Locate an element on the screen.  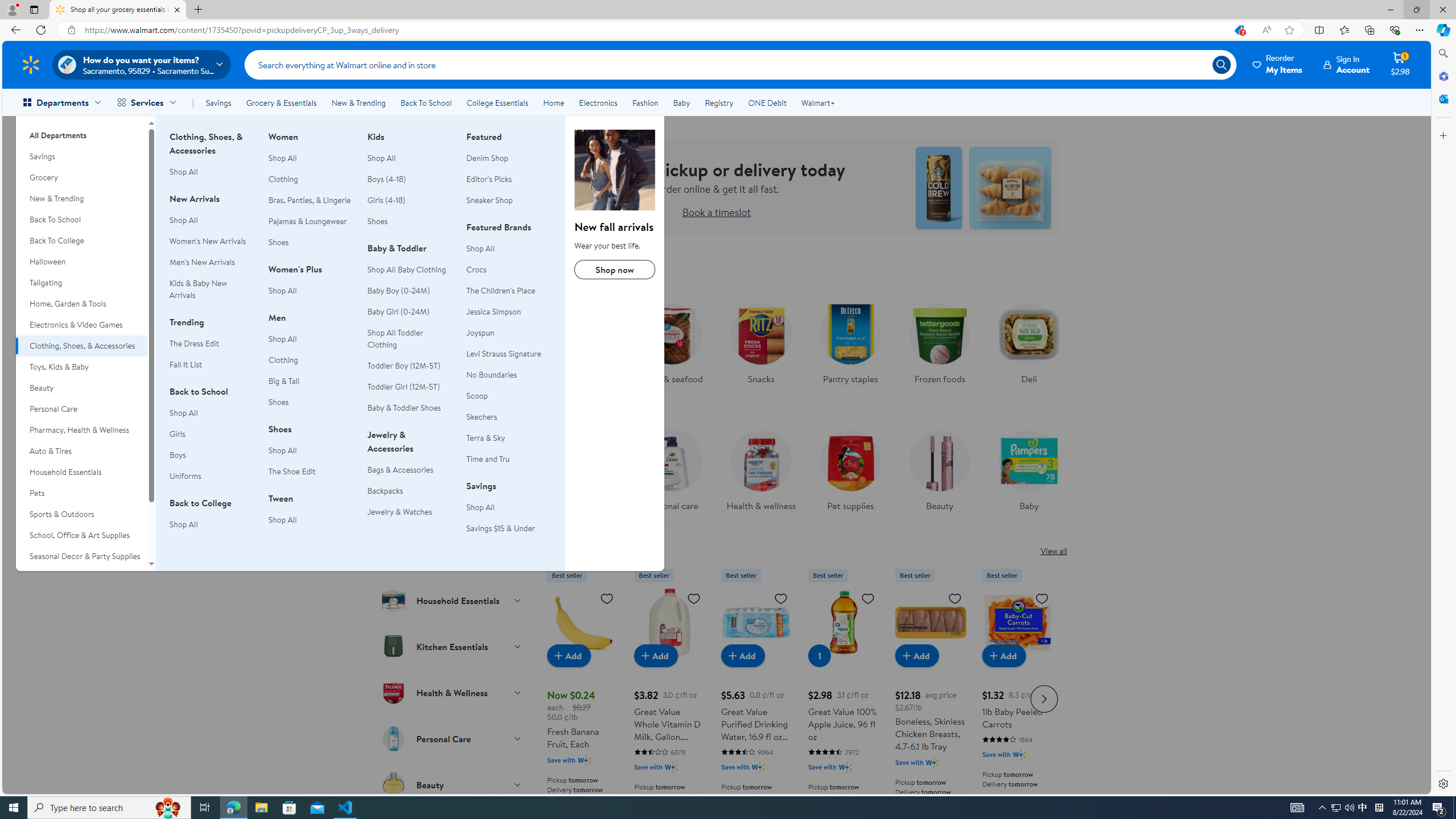
'Jewelry & Watches' is located at coordinates (399, 512).